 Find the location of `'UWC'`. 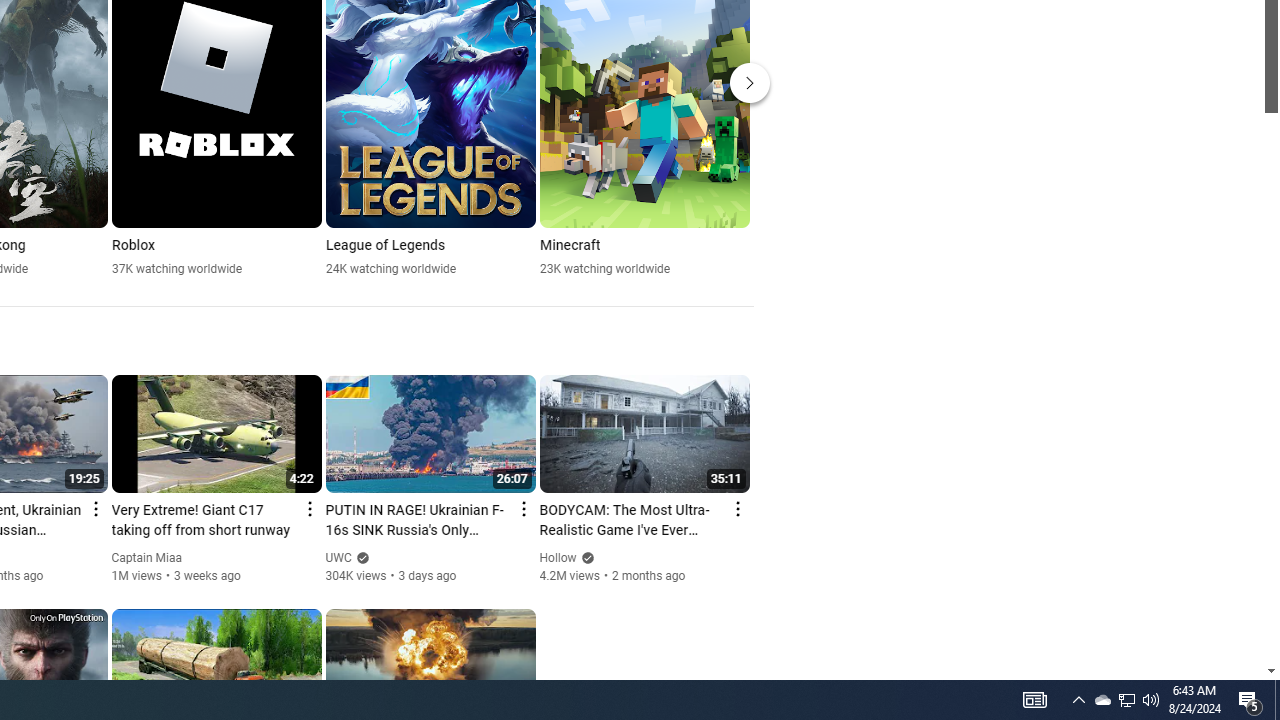

'UWC' is located at coordinates (339, 558).